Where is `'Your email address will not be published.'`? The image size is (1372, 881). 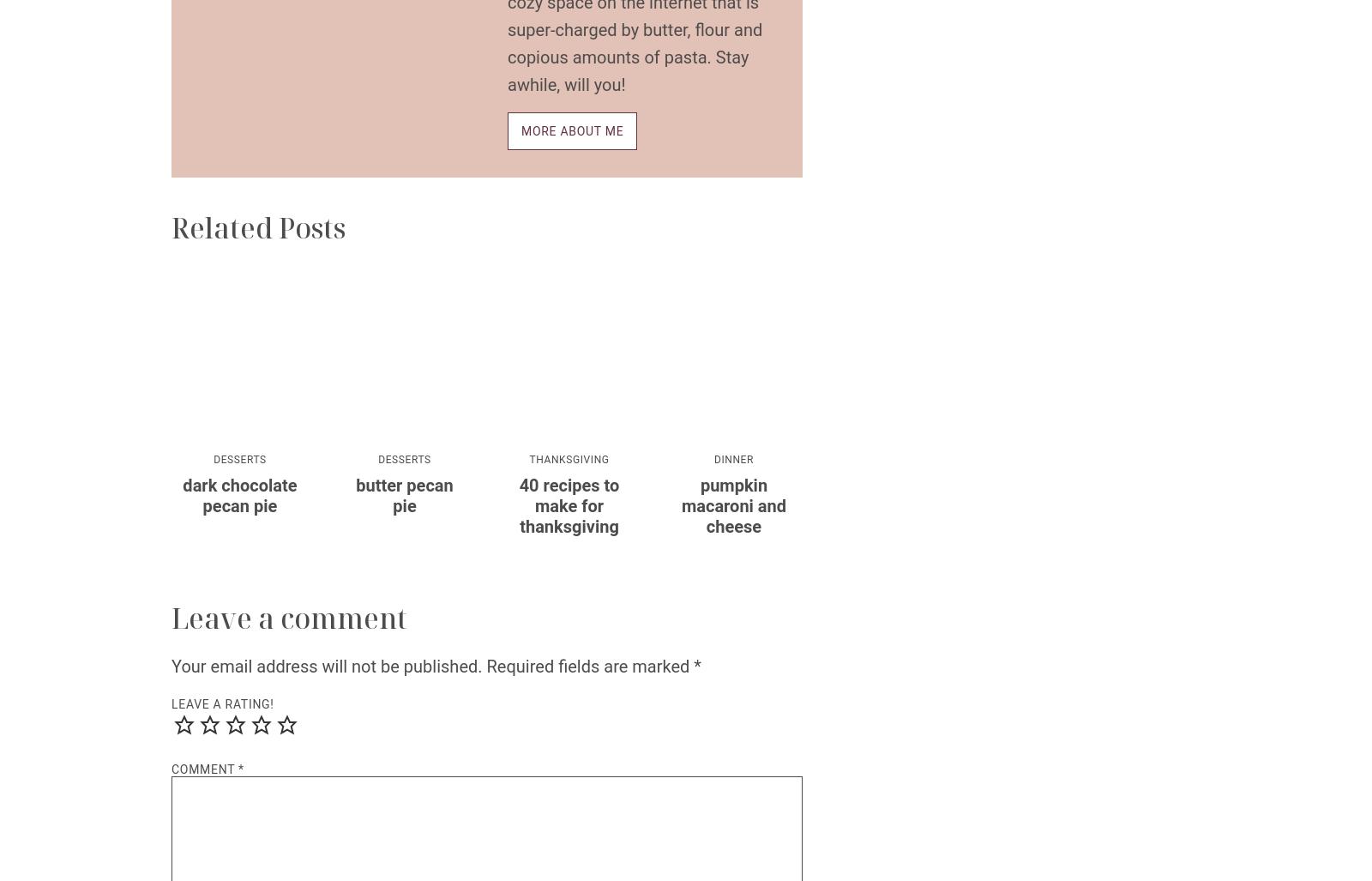 'Your email address will not be published.' is located at coordinates (326, 665).